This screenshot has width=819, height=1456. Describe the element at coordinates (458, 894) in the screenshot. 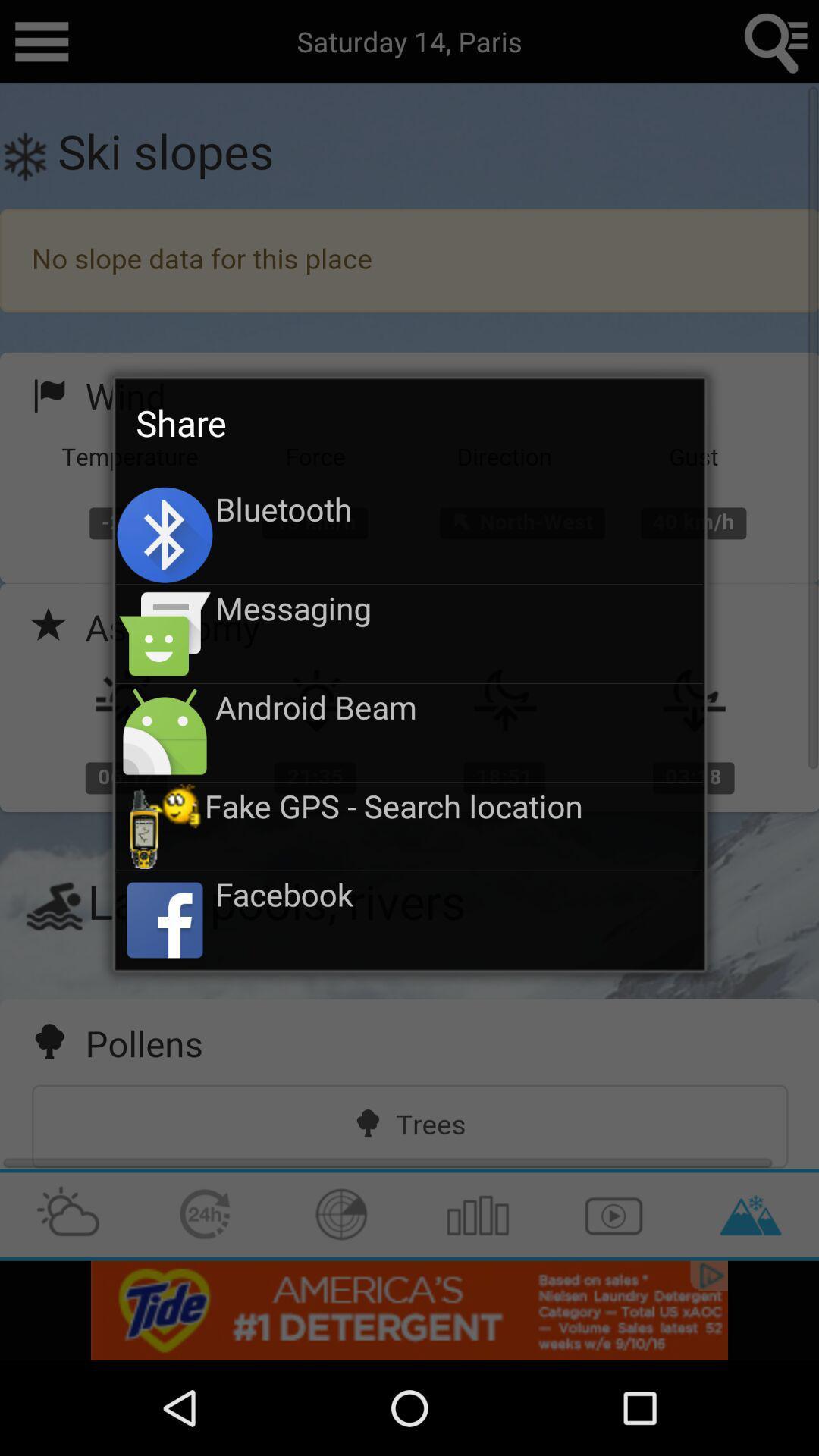

I see `facebook` at that location.